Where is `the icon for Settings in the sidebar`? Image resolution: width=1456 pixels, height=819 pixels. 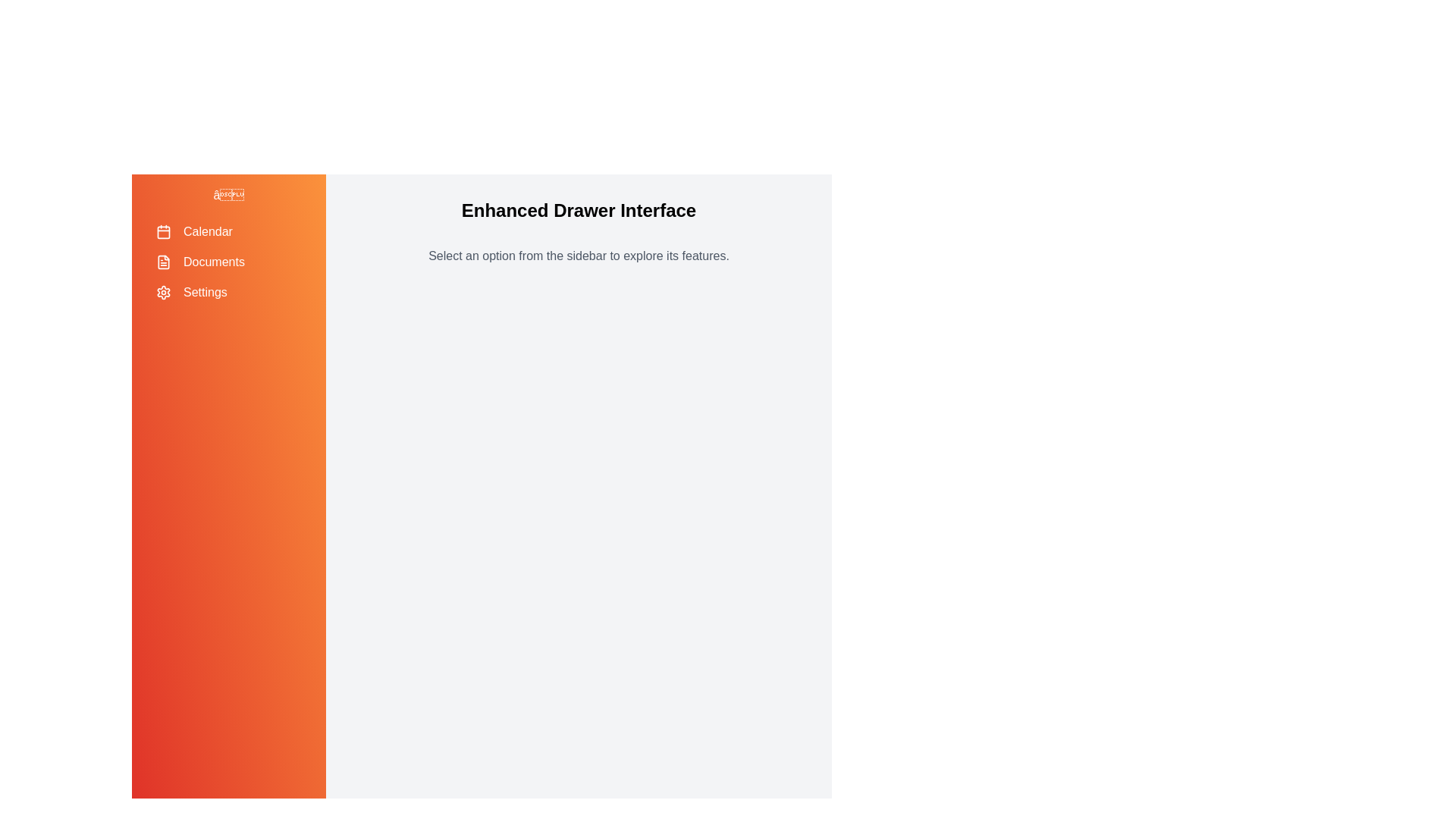 the icon for Settings in the sidebar is located at coordinates (164, 292).